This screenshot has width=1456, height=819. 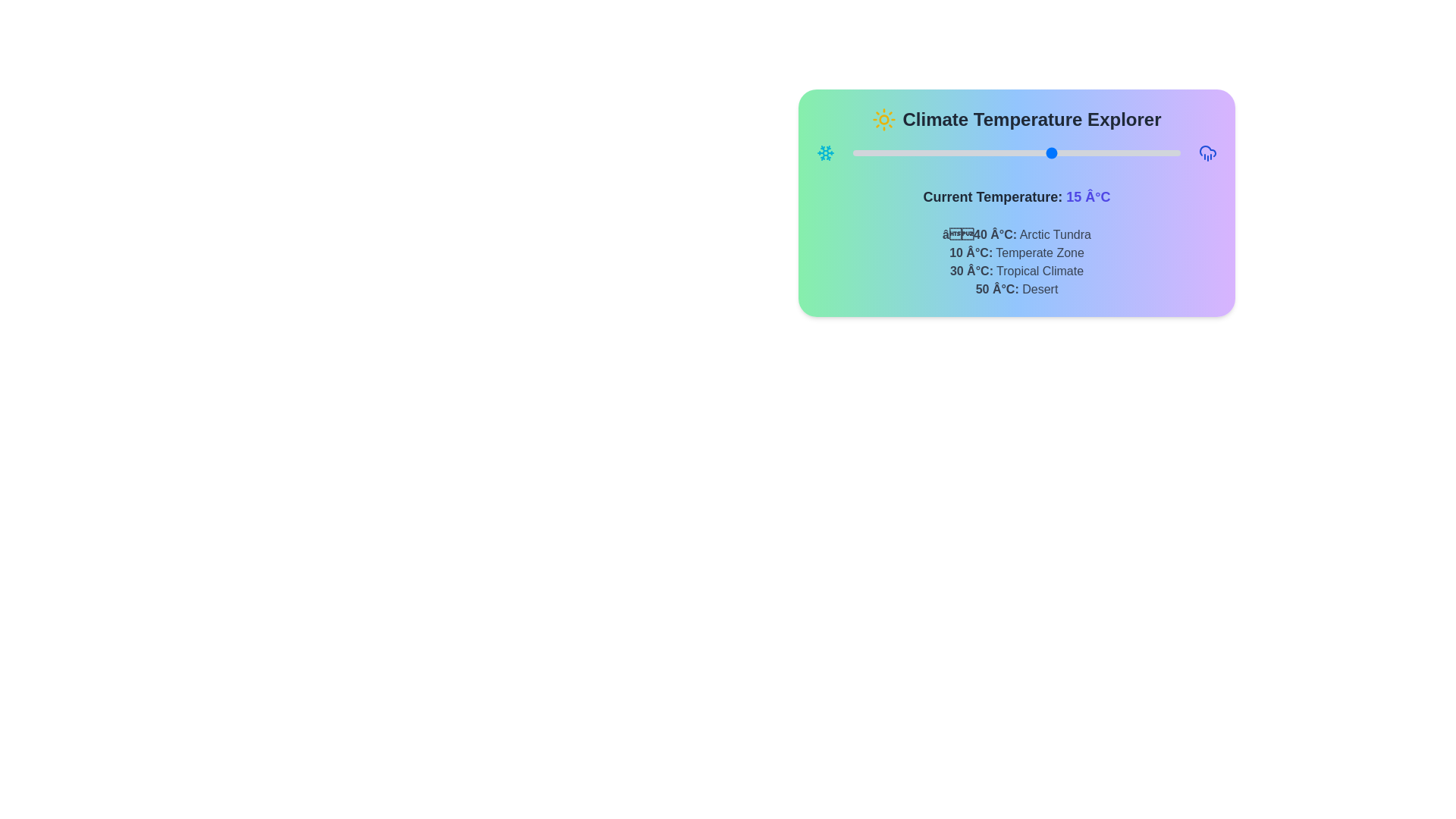 I want to click on the slider to set the temperature to 36 degrees Celsius, so click(x=1129, y=152).